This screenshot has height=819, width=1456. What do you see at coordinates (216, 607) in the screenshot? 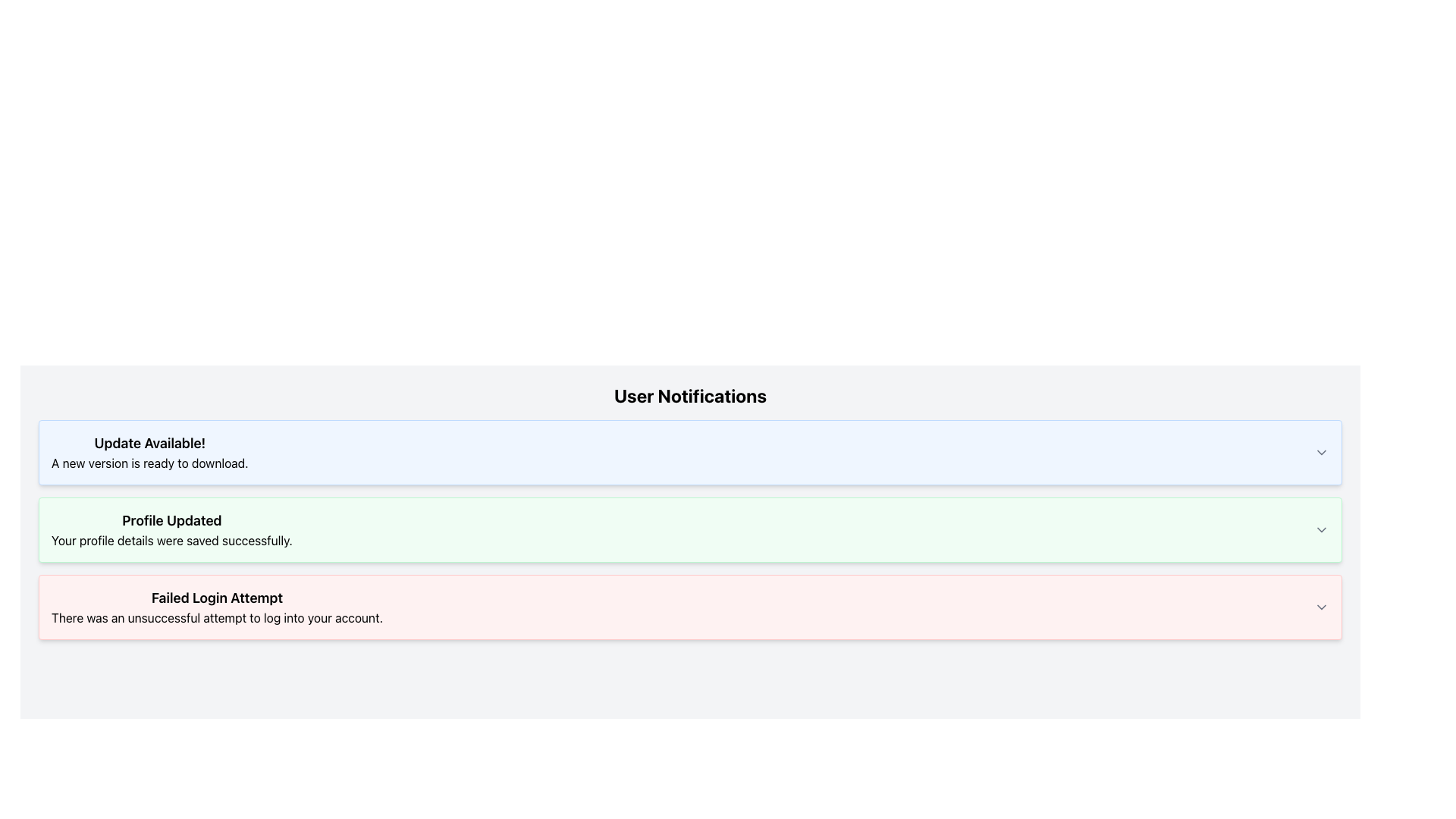
I see `the Static Notification Message that informs the user about a failed login activity, located at the bottom of the notification list` at bounding box center [216, 607].